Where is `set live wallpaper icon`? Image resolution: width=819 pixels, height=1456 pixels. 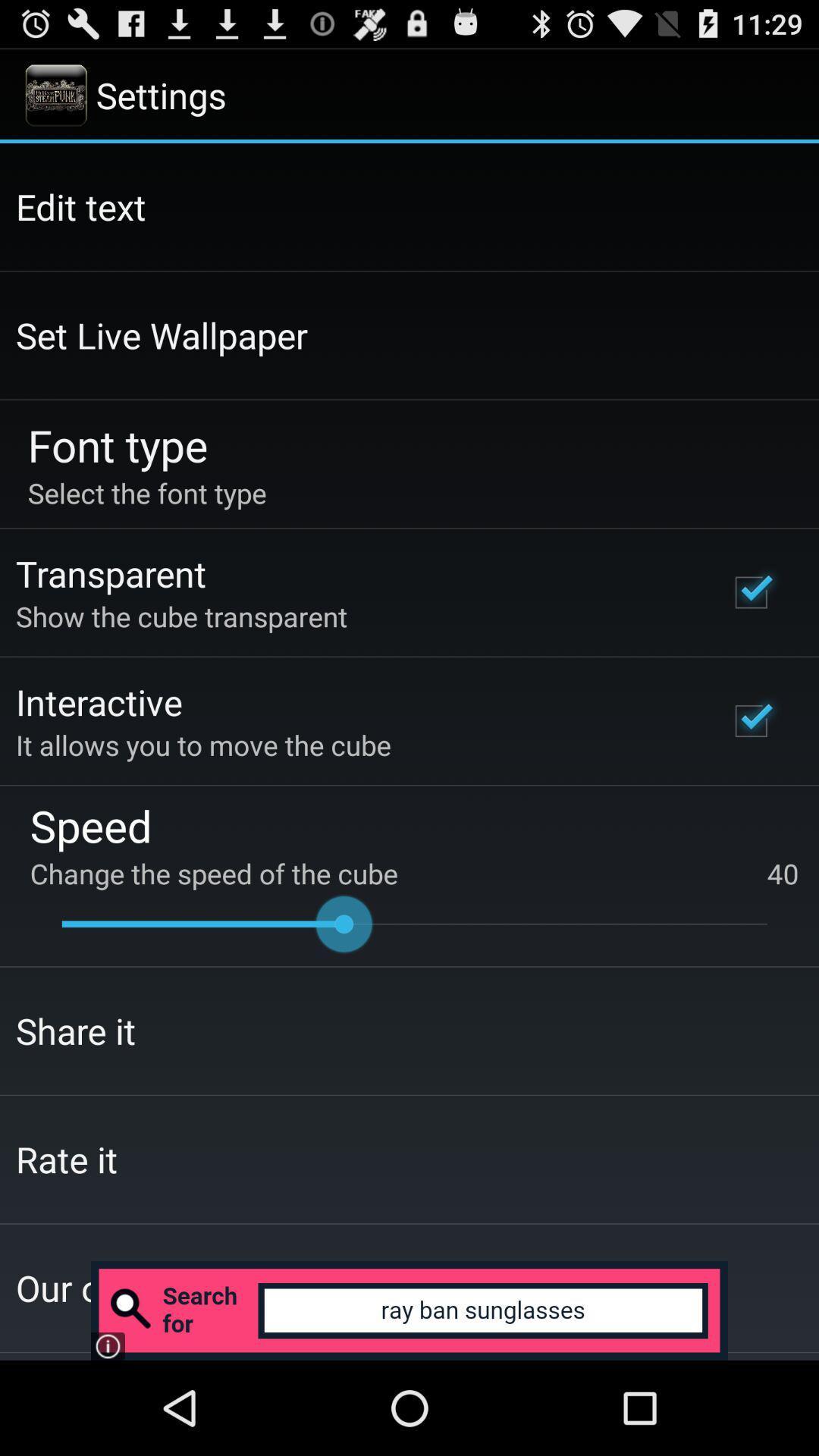 set live wallpaper icon is located at coordinates (162, 334).